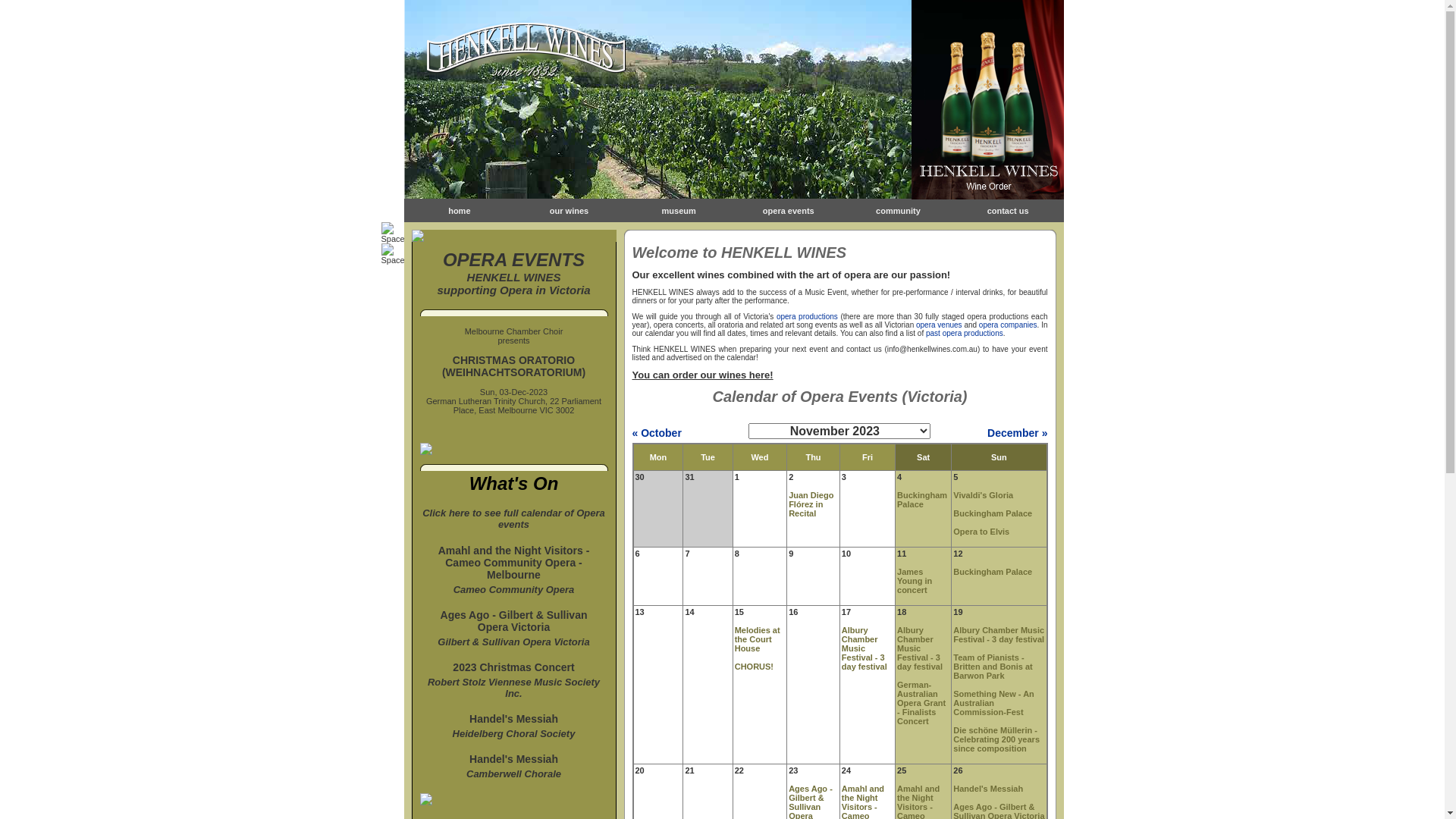 This screenshot has width=1456, height=819. I want to click on 'home', so click(458, 210).